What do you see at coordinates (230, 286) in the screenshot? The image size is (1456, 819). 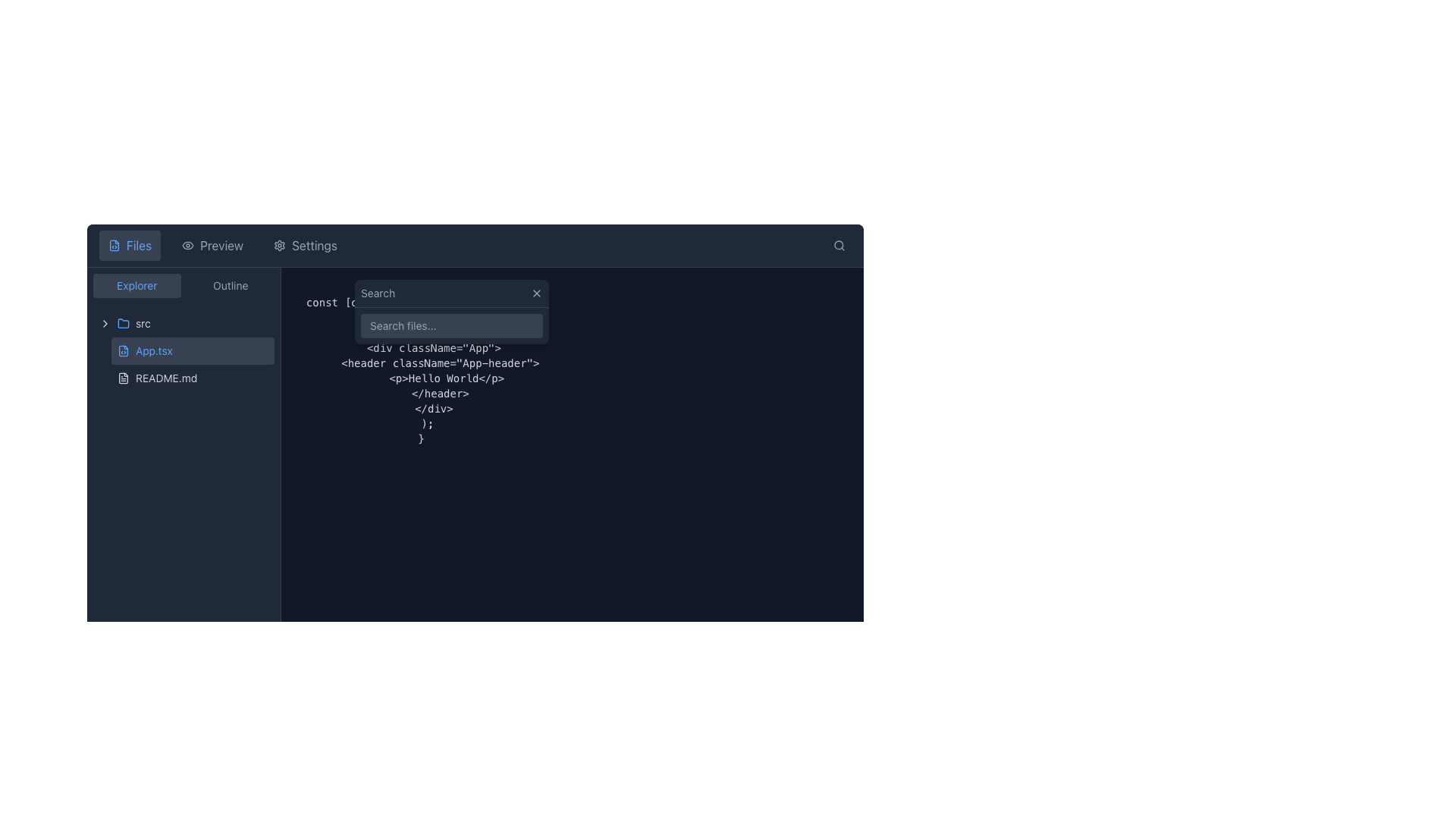 I see `the 'Outline' button, which is a rectangular button with gray text and a darker background on hover` at bounding box center [230, 286].